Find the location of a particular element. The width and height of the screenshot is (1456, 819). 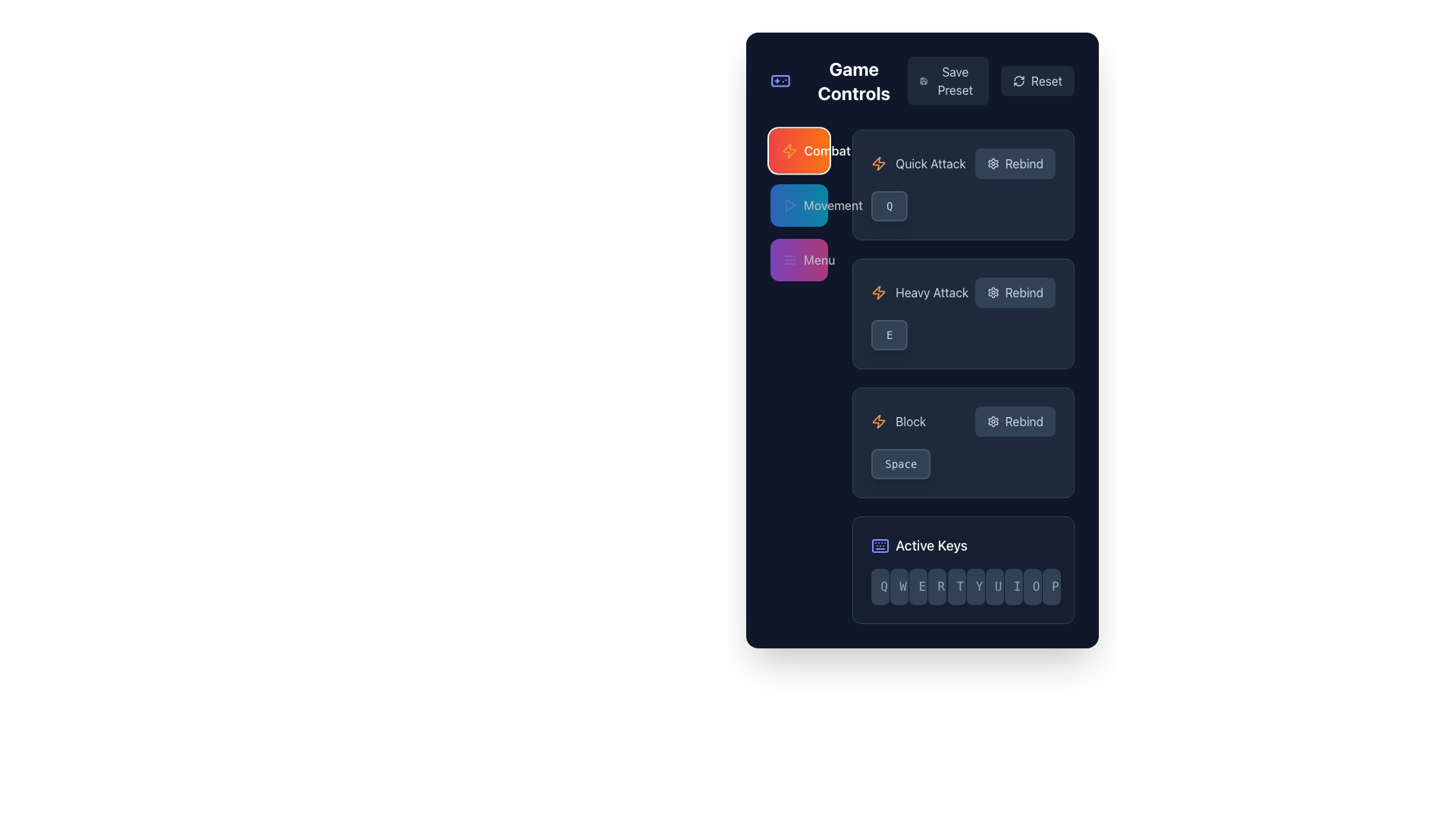

the second static text button representing the 'W' key in the 'Active Keys' section of the virtual keyboard is located at coordinates (899, 586).